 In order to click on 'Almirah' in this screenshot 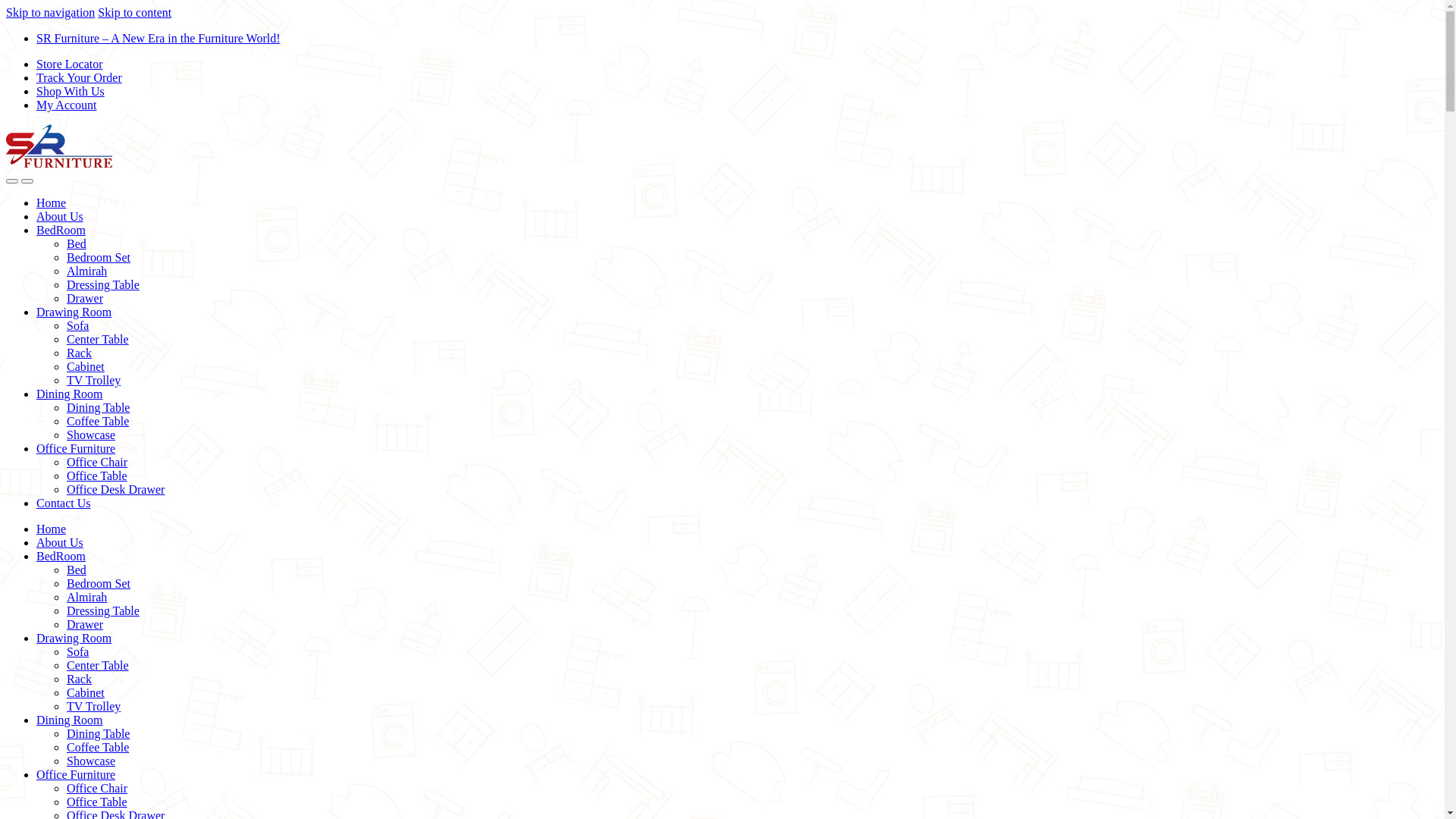, I will do `click(86, 596)`.